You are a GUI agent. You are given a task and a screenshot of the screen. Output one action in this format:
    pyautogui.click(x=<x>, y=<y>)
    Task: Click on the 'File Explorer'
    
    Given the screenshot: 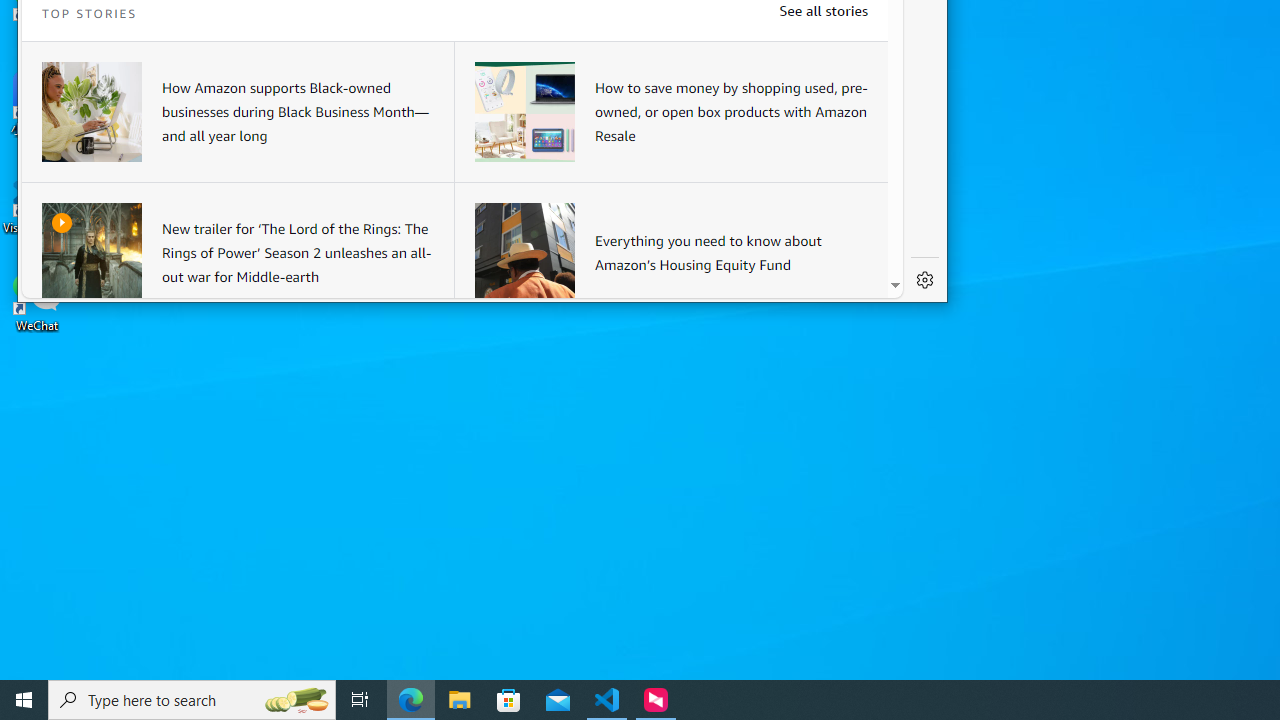 What is the action you would take?
    pyautogui.click(x=459, y=698)
    